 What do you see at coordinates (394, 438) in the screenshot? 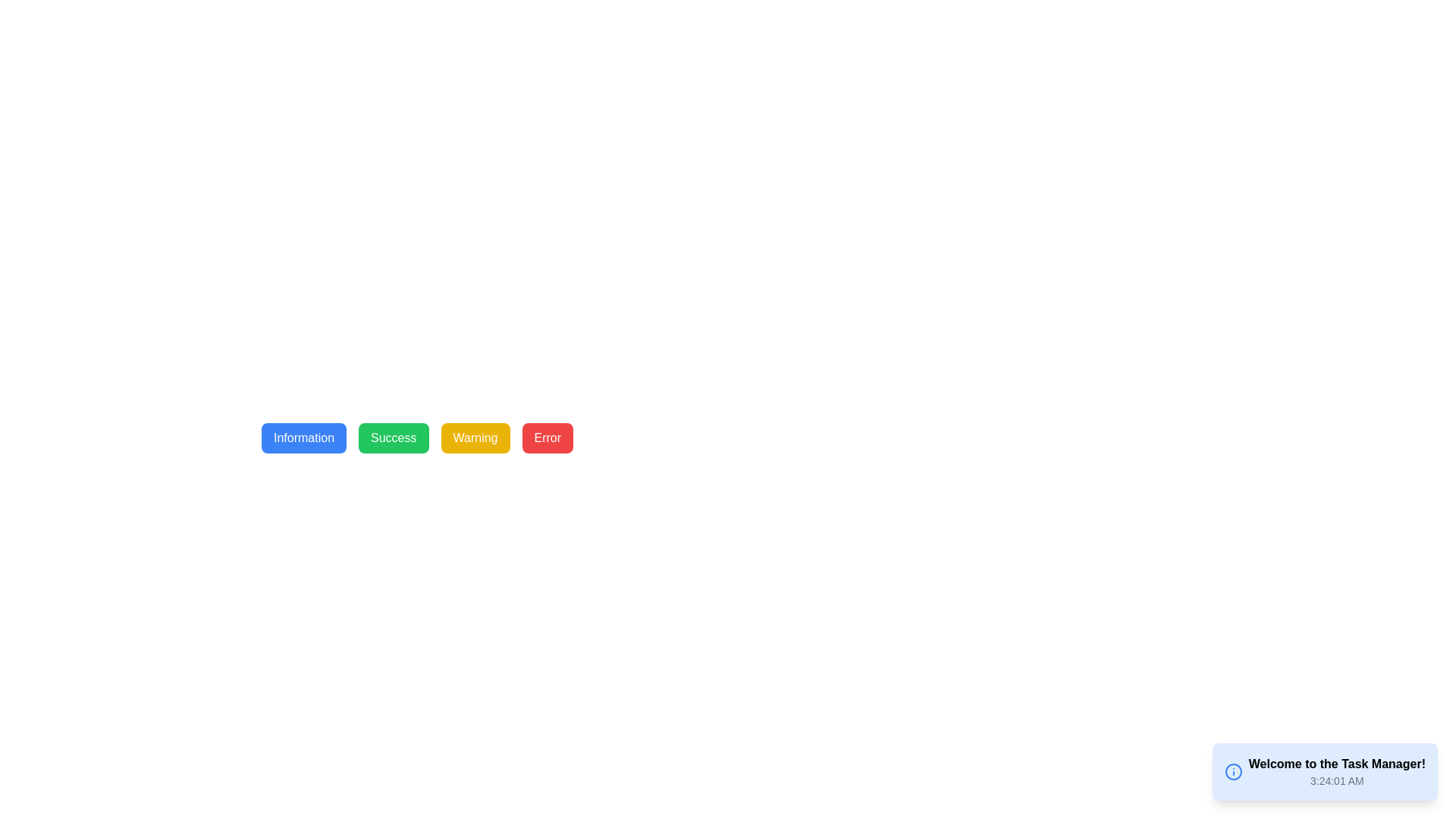
I see `the green 'Success' button with rounded corners` at bounding box center [394, 438].